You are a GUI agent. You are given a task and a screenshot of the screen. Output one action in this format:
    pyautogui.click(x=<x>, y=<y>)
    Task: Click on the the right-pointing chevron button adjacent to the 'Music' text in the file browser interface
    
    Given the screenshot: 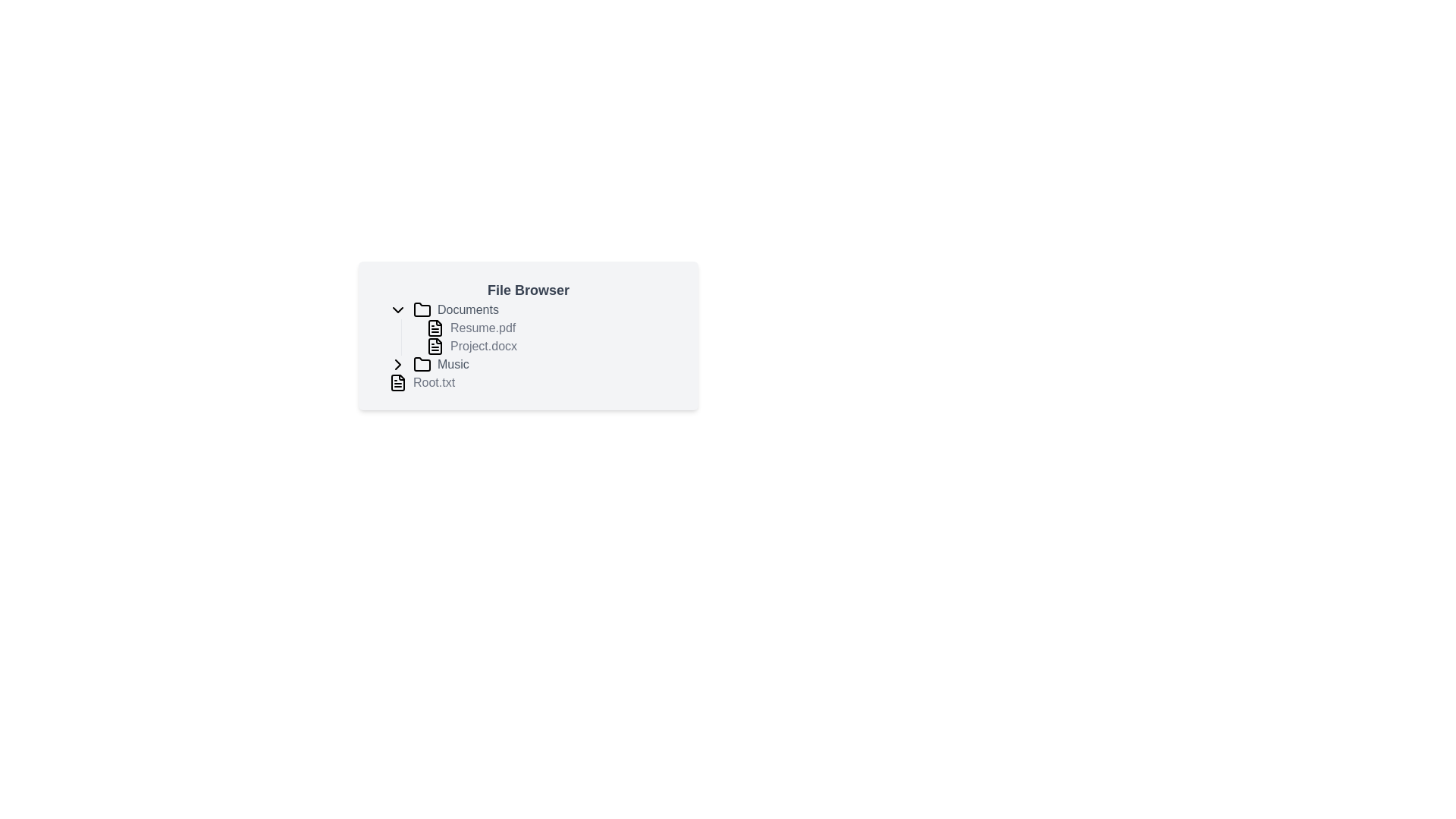 What is the action you would take?
    pyautogui.click(x=397, y=365)
    